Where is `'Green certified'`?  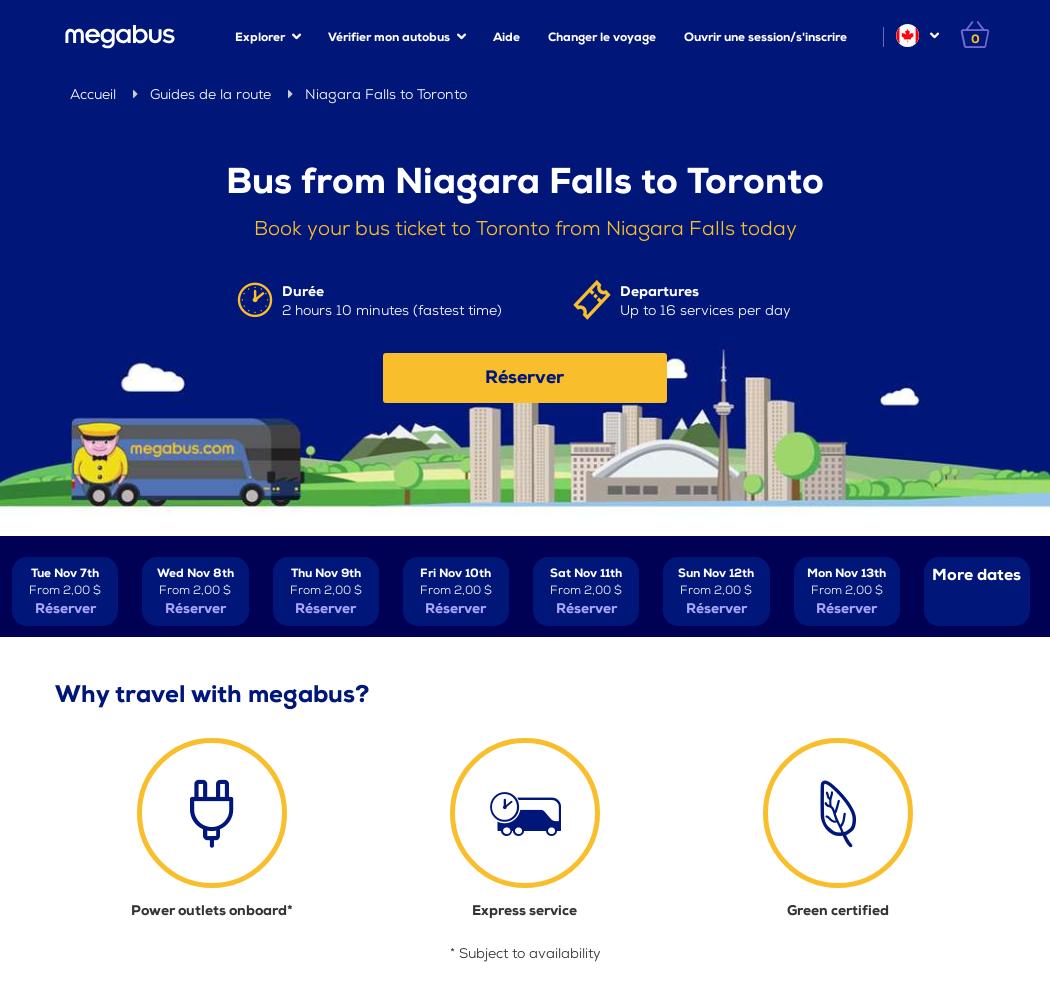 'Green certified' is located at coordinates (836, 909).